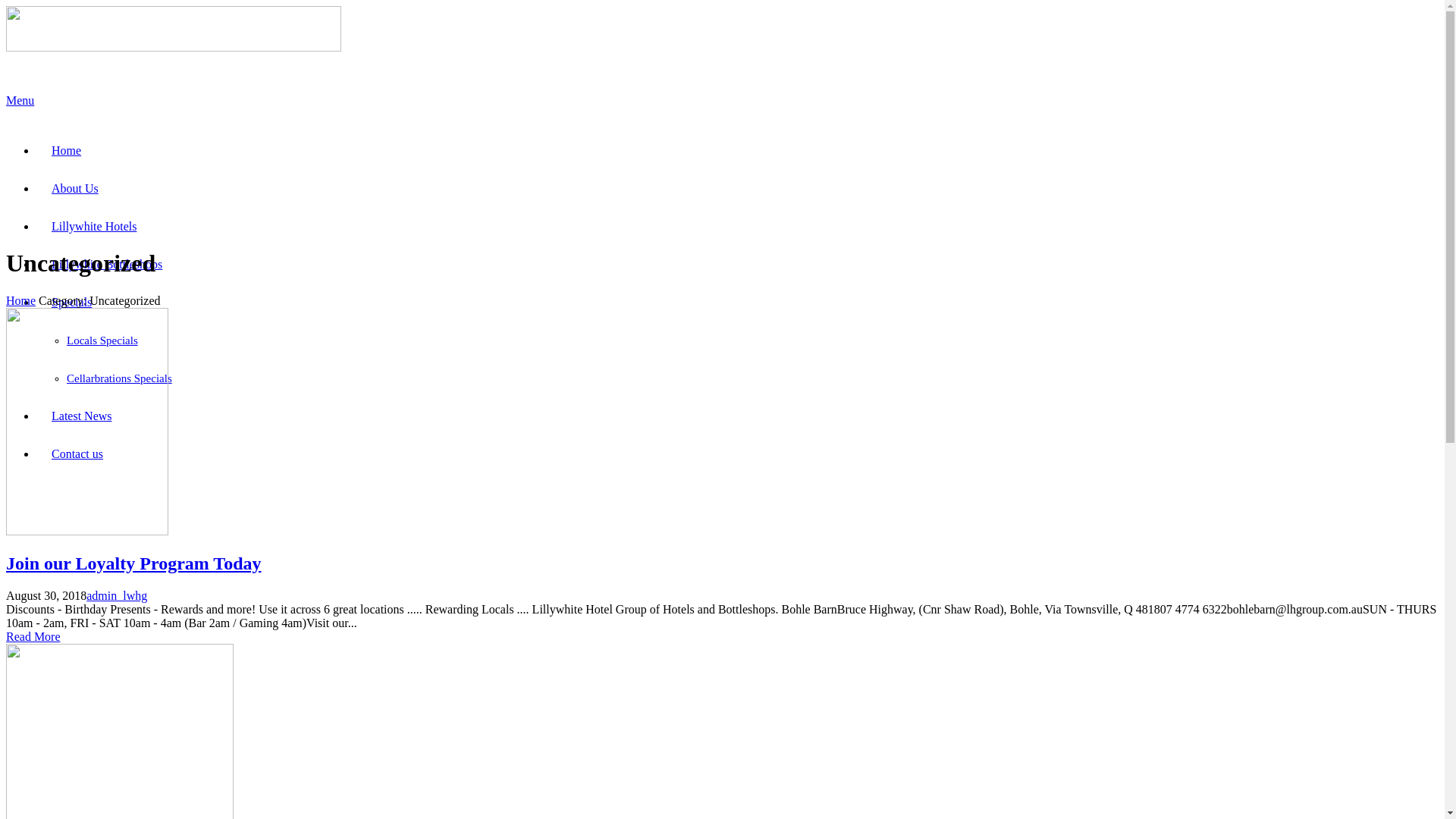  I want to click on 'Home', so click(20, 300).